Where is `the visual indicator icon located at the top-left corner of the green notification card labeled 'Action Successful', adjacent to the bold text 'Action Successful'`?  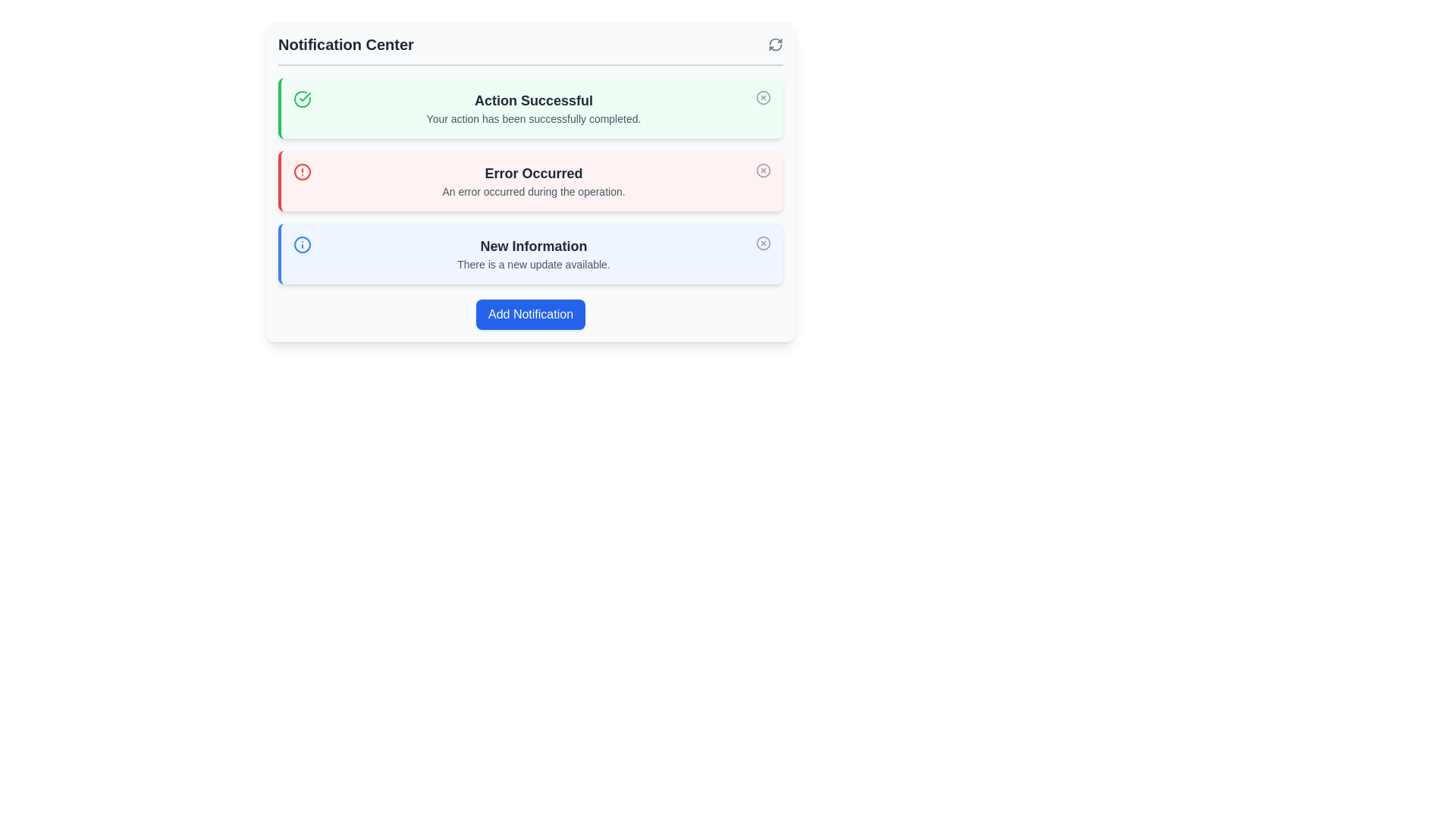
the visual indicator icon located at the top-left corner of the green notification card labeled 'Action Successful', adjacent to the bold text 'Action Successful' is located at coordinates (302, 99).